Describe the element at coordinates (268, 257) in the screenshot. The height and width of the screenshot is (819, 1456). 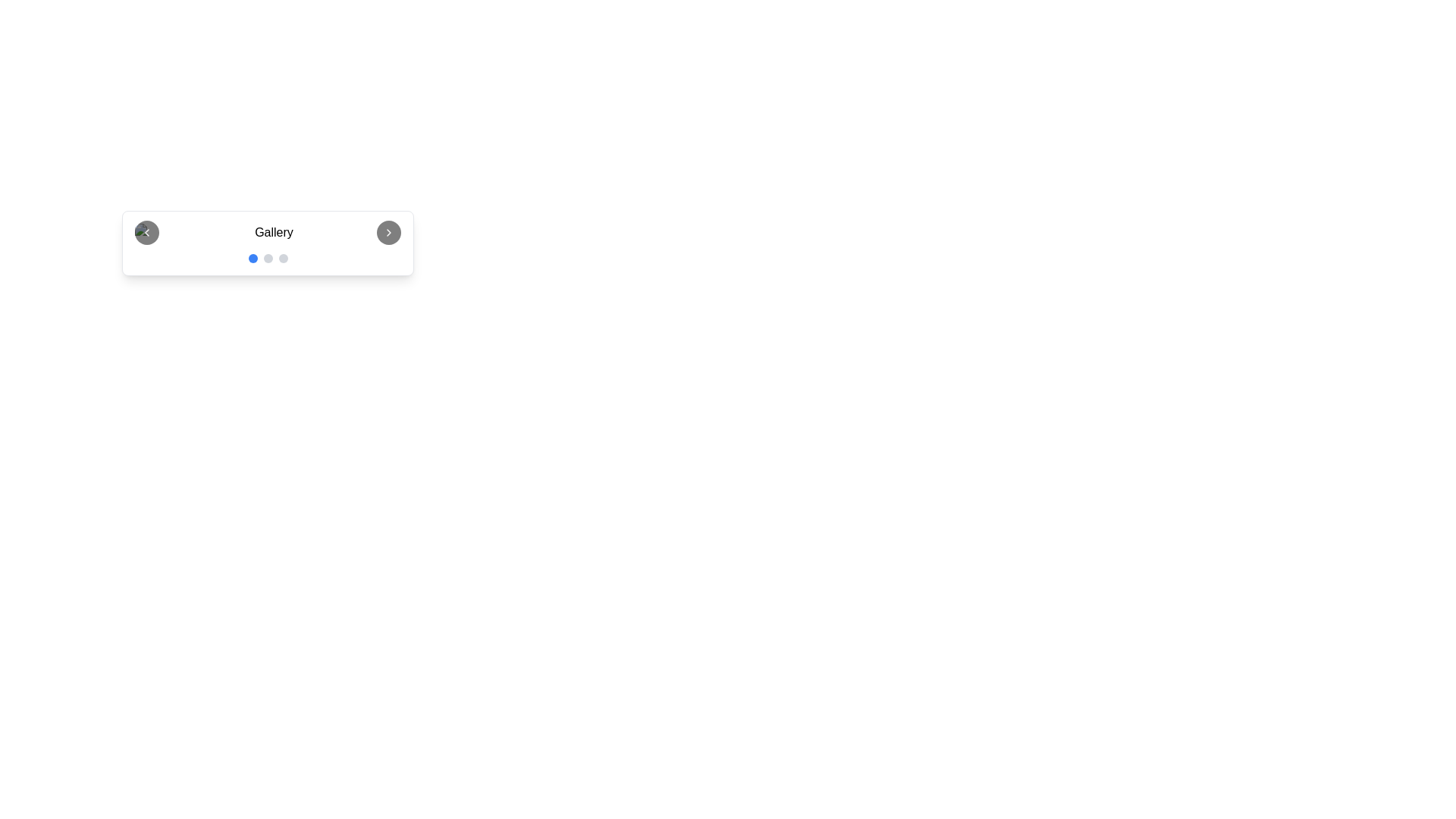
I see `the second circular progress indicator dot with a gray background located below the 'Gallery' title` at that location.